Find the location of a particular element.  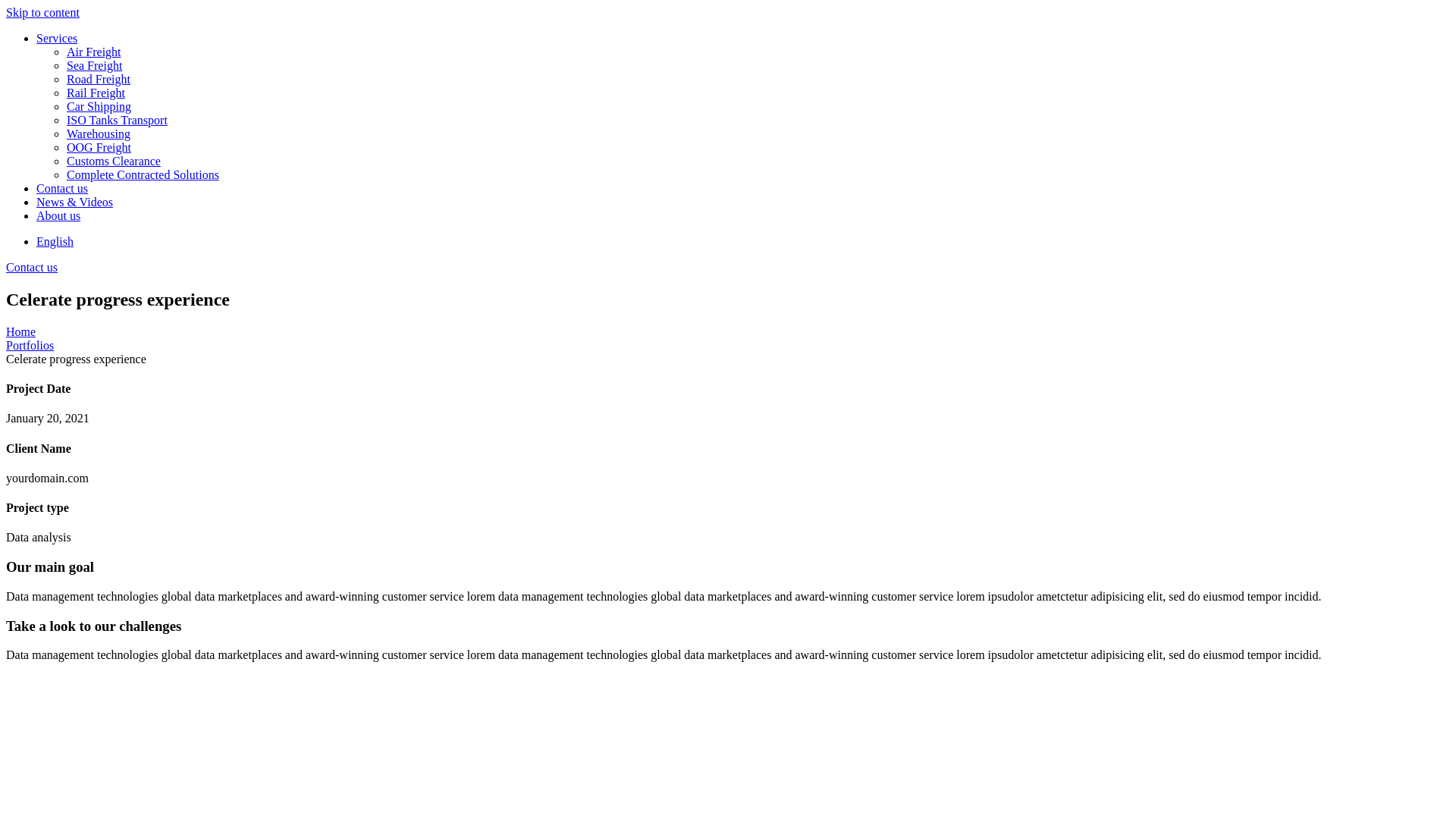

'Customs Clearance' is located at coordinates (758, 161).